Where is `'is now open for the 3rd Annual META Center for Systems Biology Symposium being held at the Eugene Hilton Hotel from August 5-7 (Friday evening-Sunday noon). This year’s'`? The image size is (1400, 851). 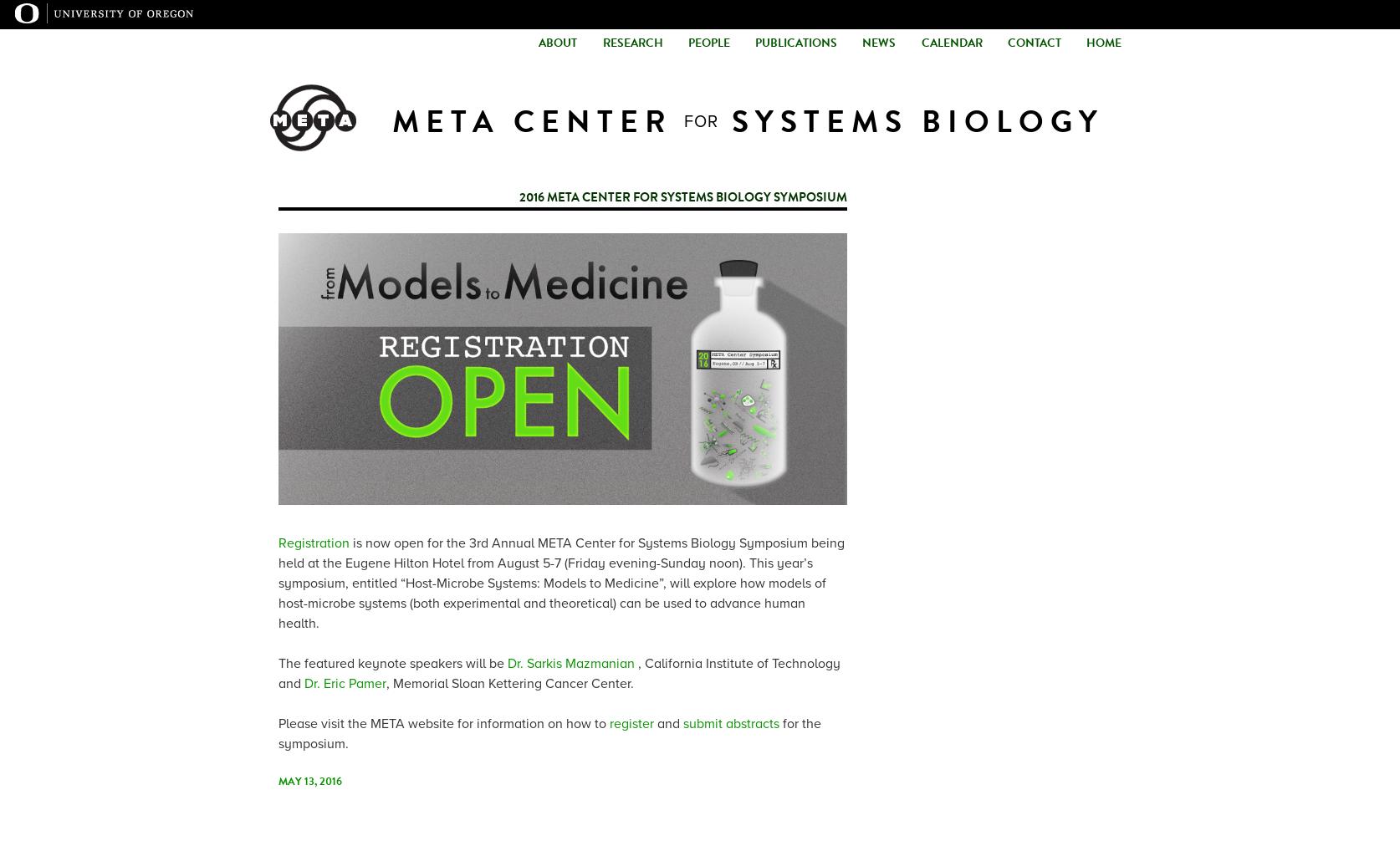 'is now open for the 3rd Annual META Center for Systems Biology Symposium being held at the Eugene Hilton Hotel from August 5-7 (Friday evening-Sunday noon). This year’s' is located at coordinates (561, 553).